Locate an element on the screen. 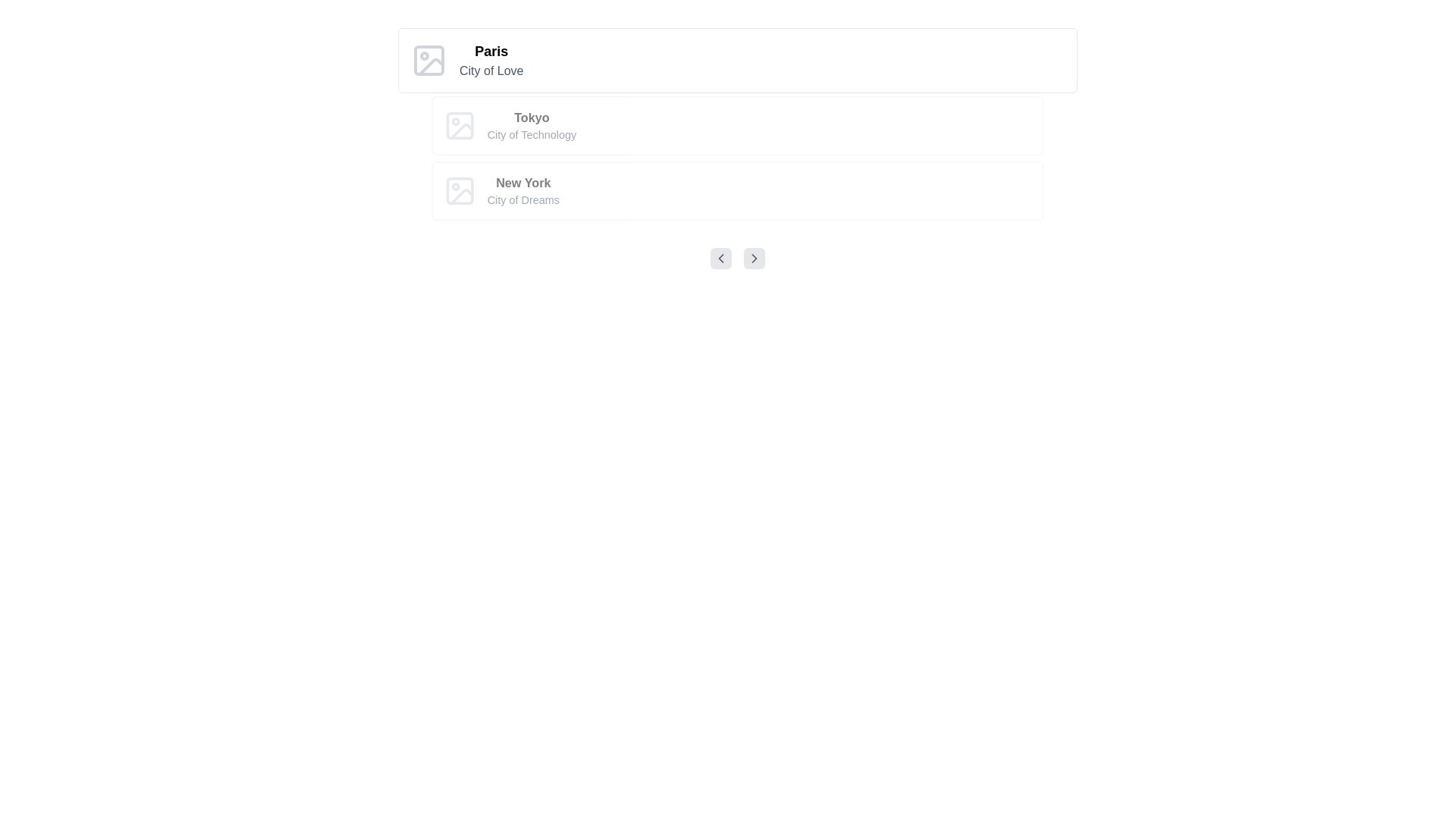 The image size is (1456, 819). the right arrow of the Carousel navigation control located below the city items ('Paris', 'Tokyo', and 'New York') is located at coordinates (738, 257).